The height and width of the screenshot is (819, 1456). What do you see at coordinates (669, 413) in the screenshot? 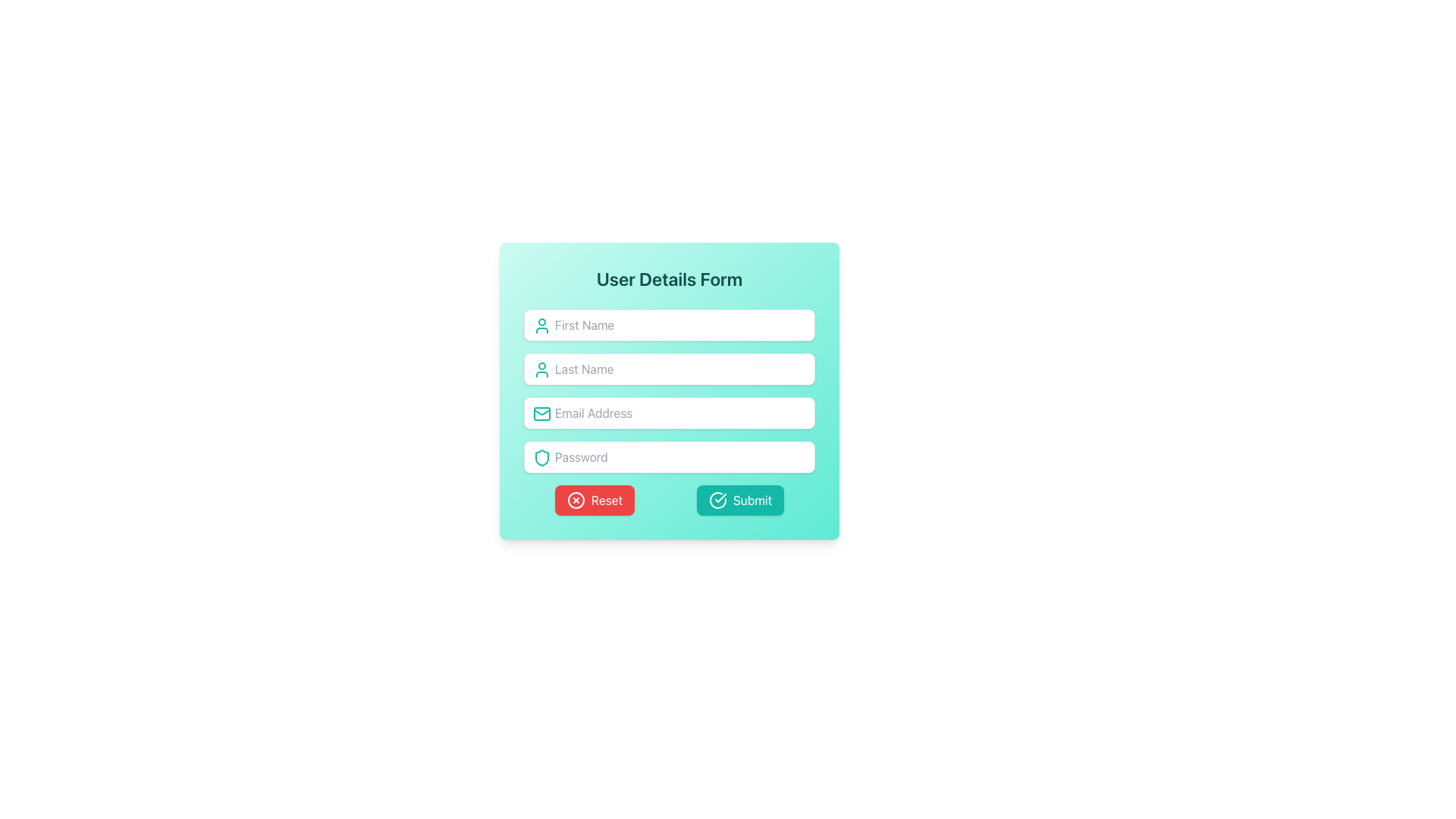
I see `the email address input field located in the 'User Details Form', which is the third input field below 'Last Name' and above 'Password', to focus on it` at bounding box center [669, 413].